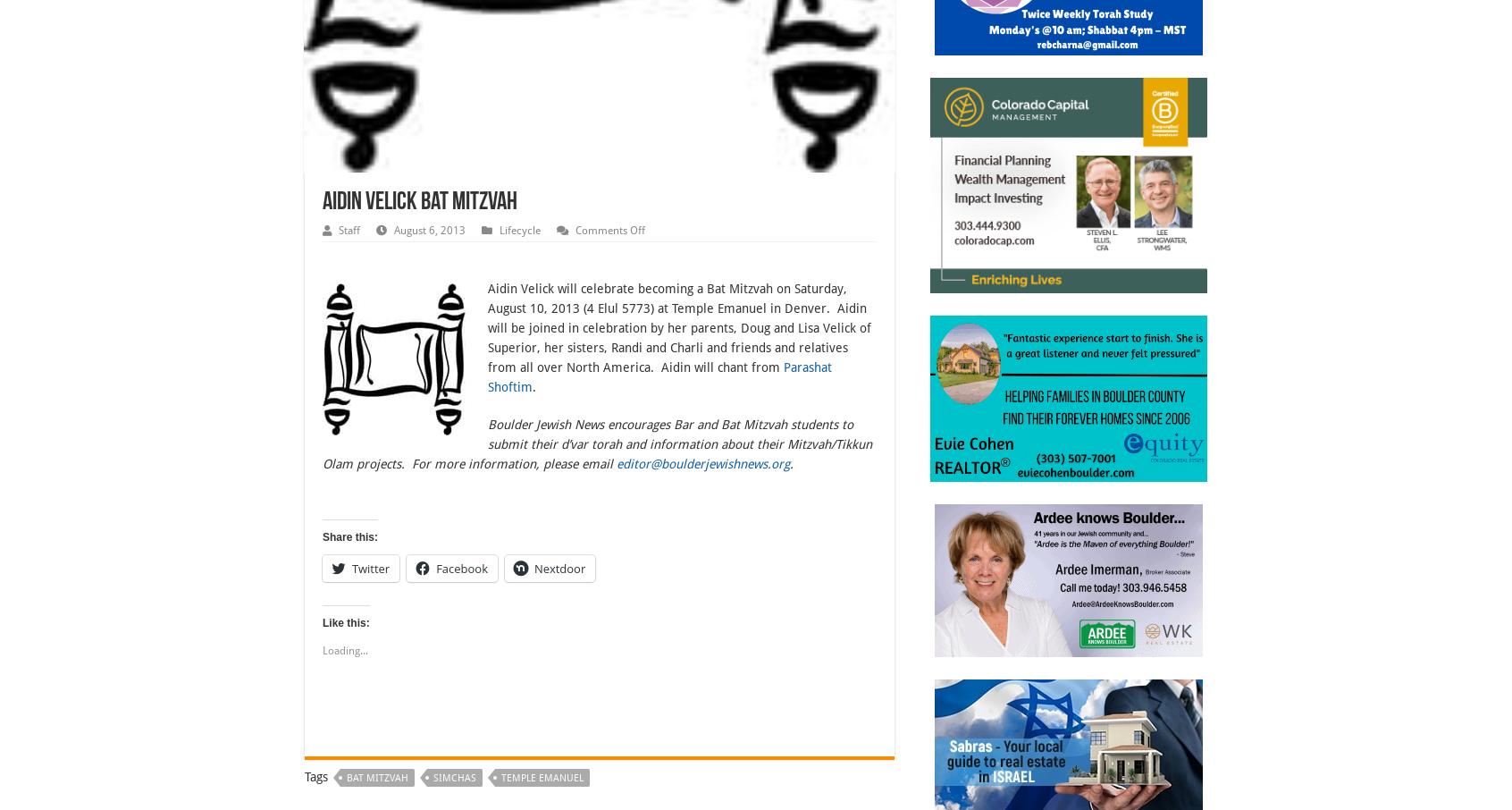 Image resolution: width=1512 pixels, height=810 pixels. Describe the element at coordinates (345, 621) in the screenshot. I see `'Like this:'` at that location.